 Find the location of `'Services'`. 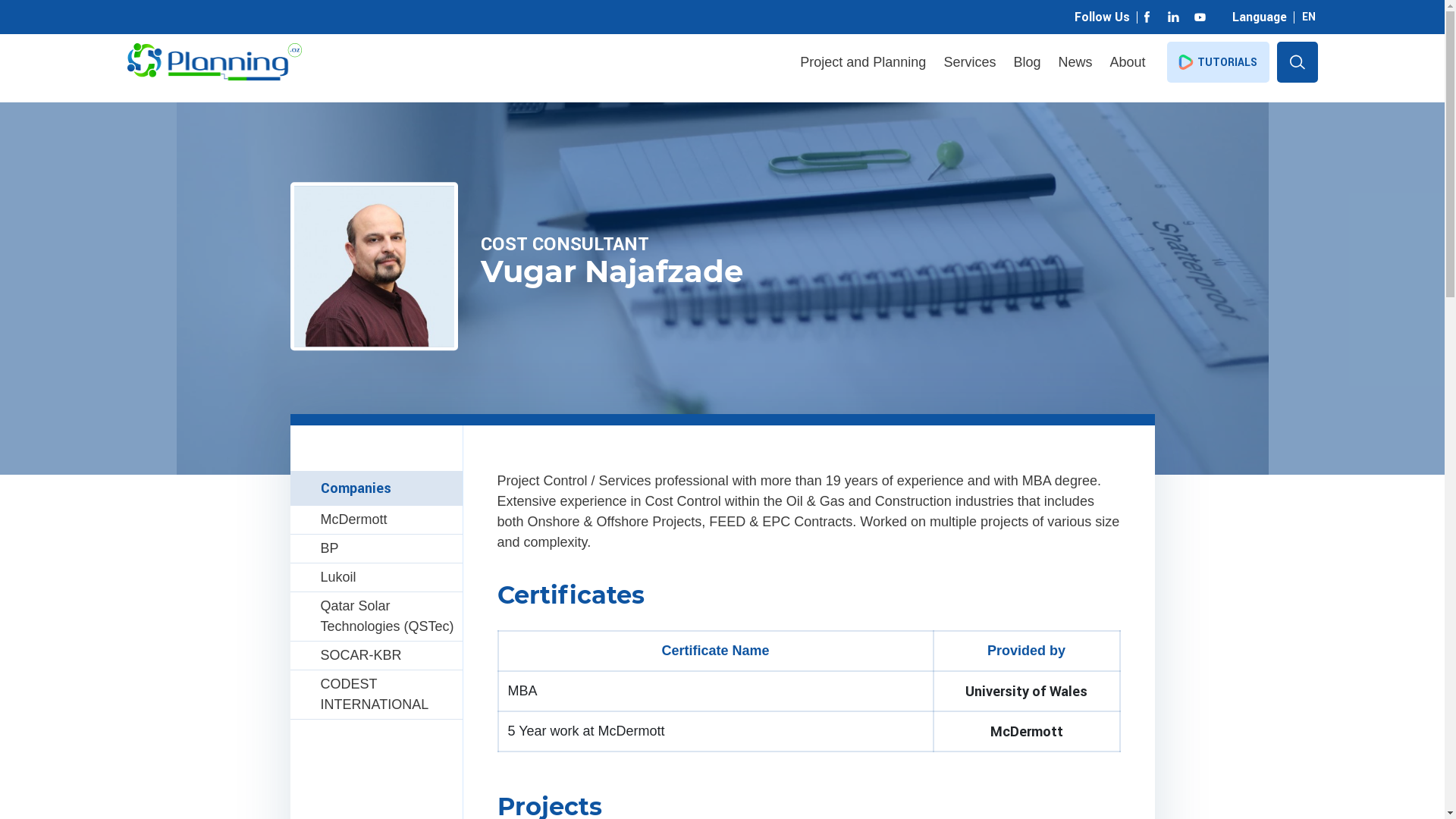

'Services' is located at coordinates (968, 61).